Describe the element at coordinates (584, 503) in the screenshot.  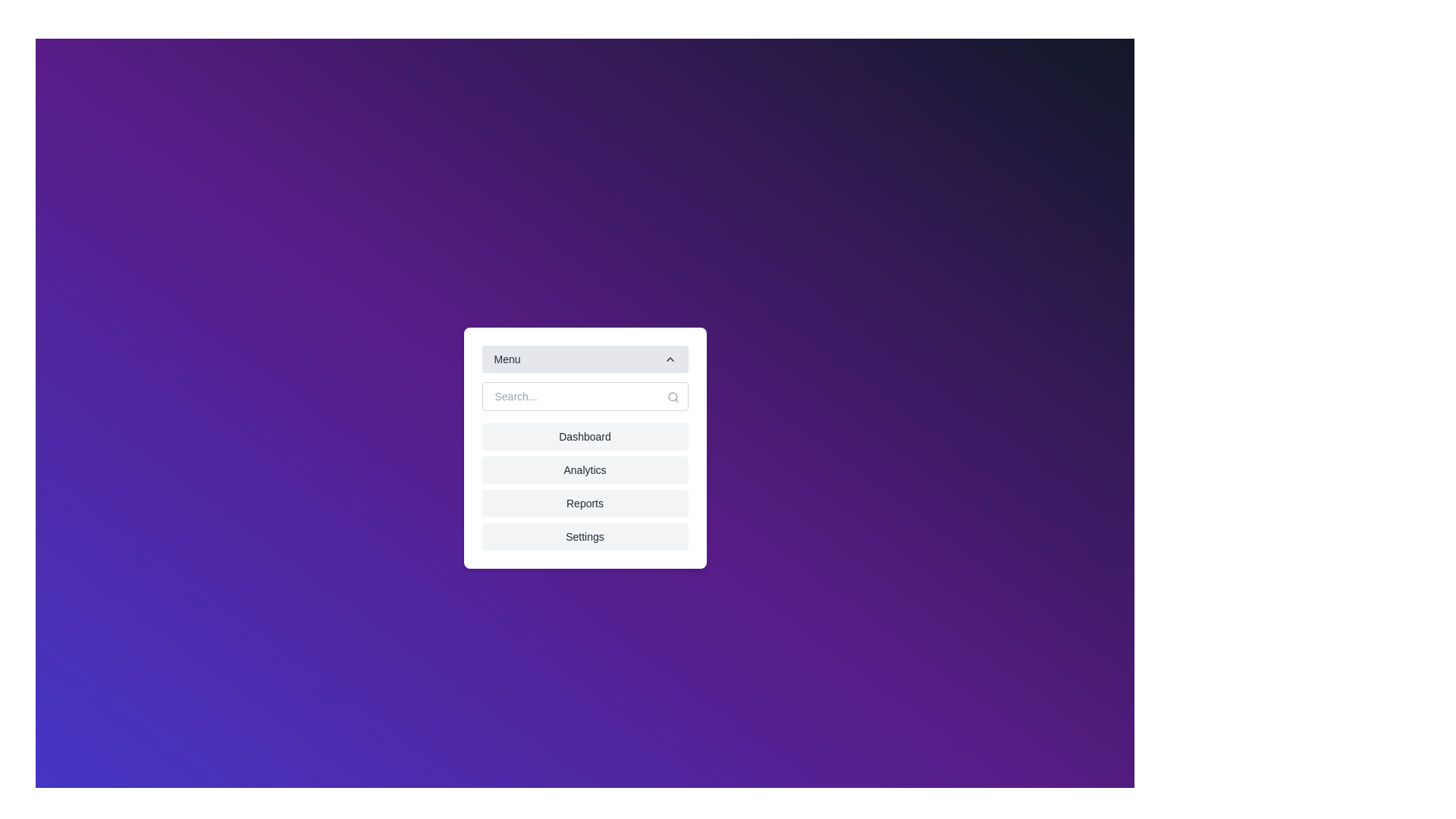
I see `the Reports menu option to select it` at that location.